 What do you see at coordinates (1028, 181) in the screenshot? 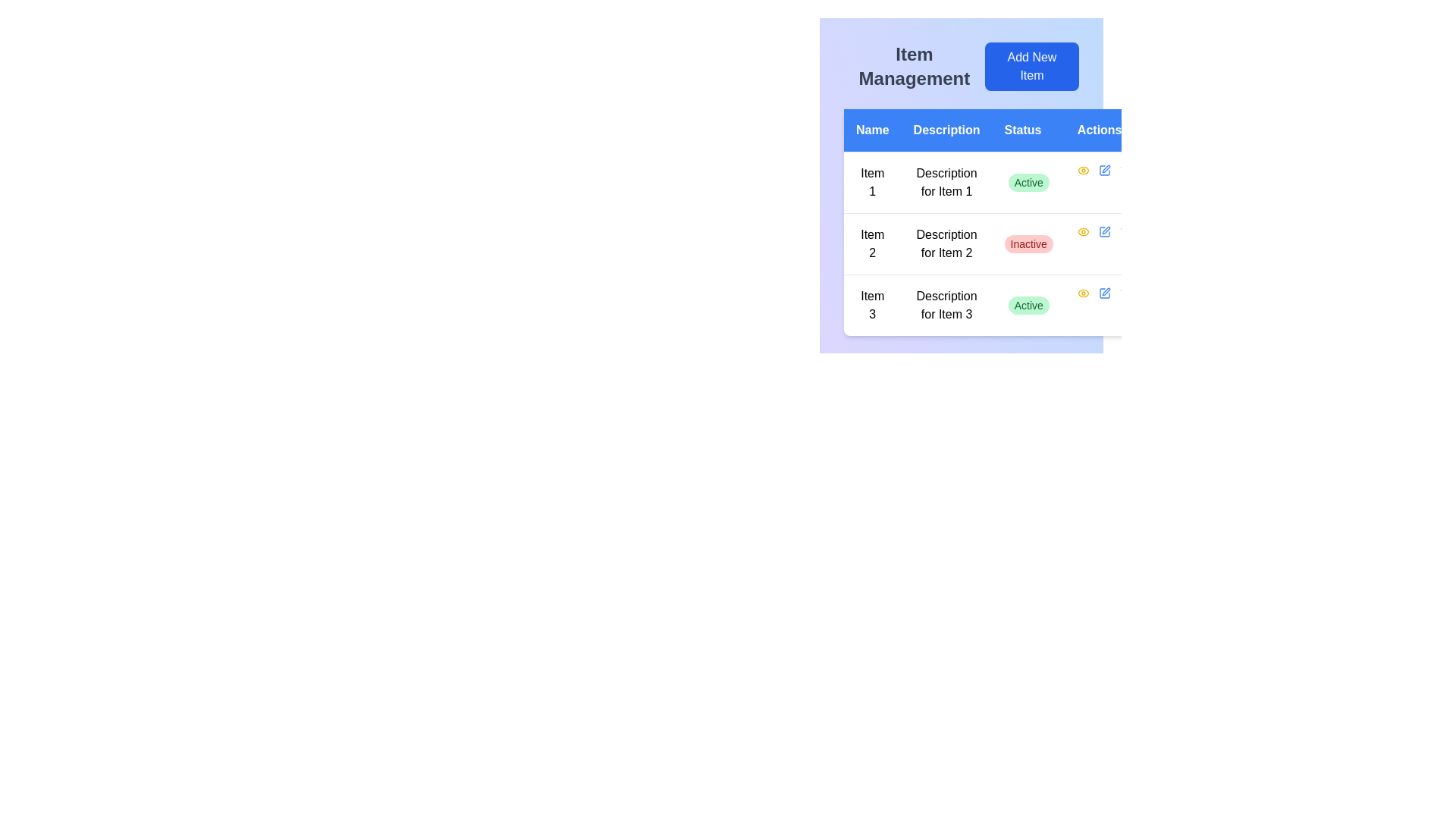
I see `the 'Active' status badge, which is a pill-shaped badge with a green background located in the third column of the first row under the 'Status' header` at bounding box center [1028, 181].